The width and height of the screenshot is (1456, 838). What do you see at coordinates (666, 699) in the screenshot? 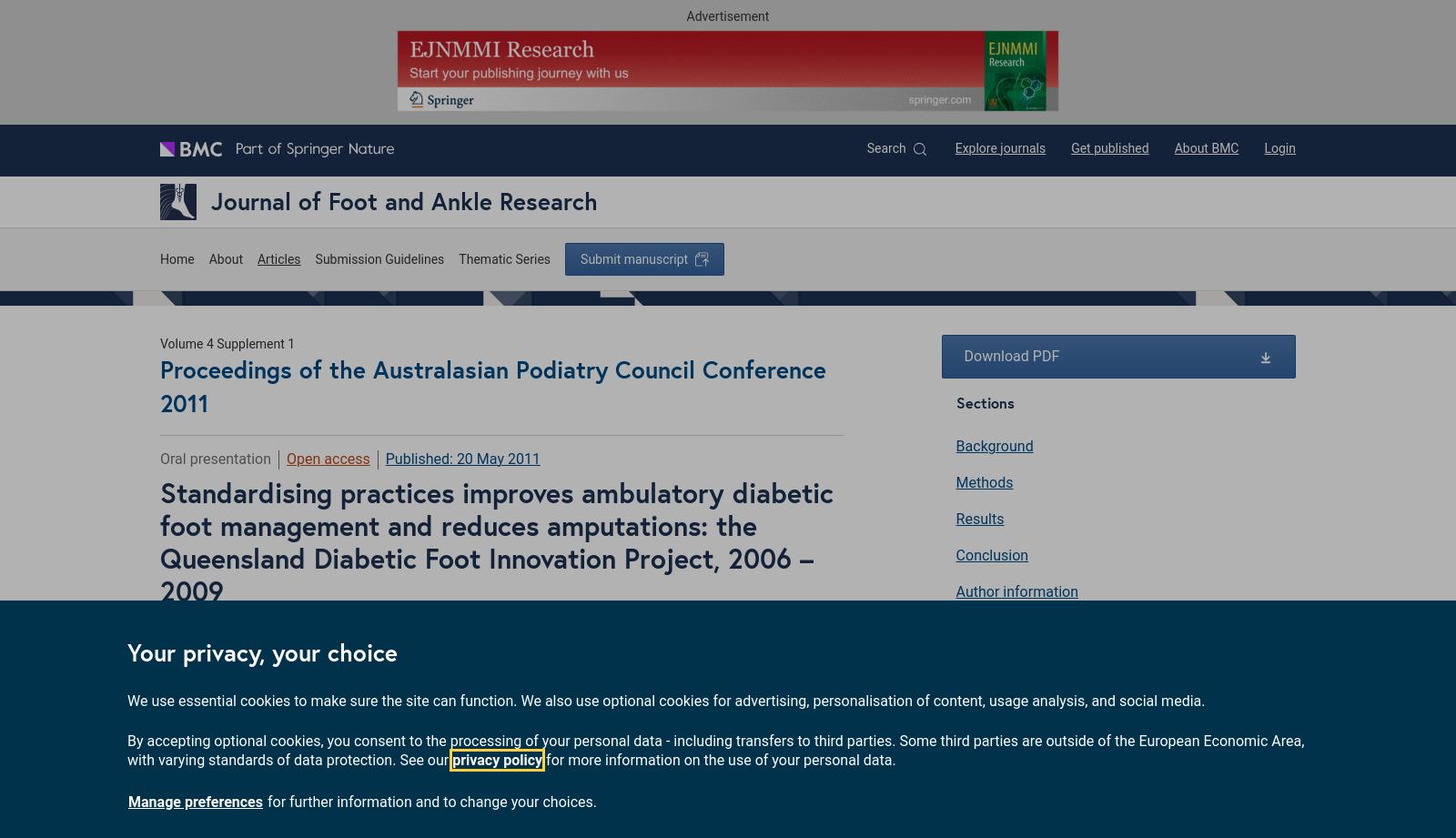
I see `'We use essential cookies to make sure the site can function. We also use optional cookies for advertising, personalisation of content, usage analysis, and social media.'` at bounding box center [666, 699].